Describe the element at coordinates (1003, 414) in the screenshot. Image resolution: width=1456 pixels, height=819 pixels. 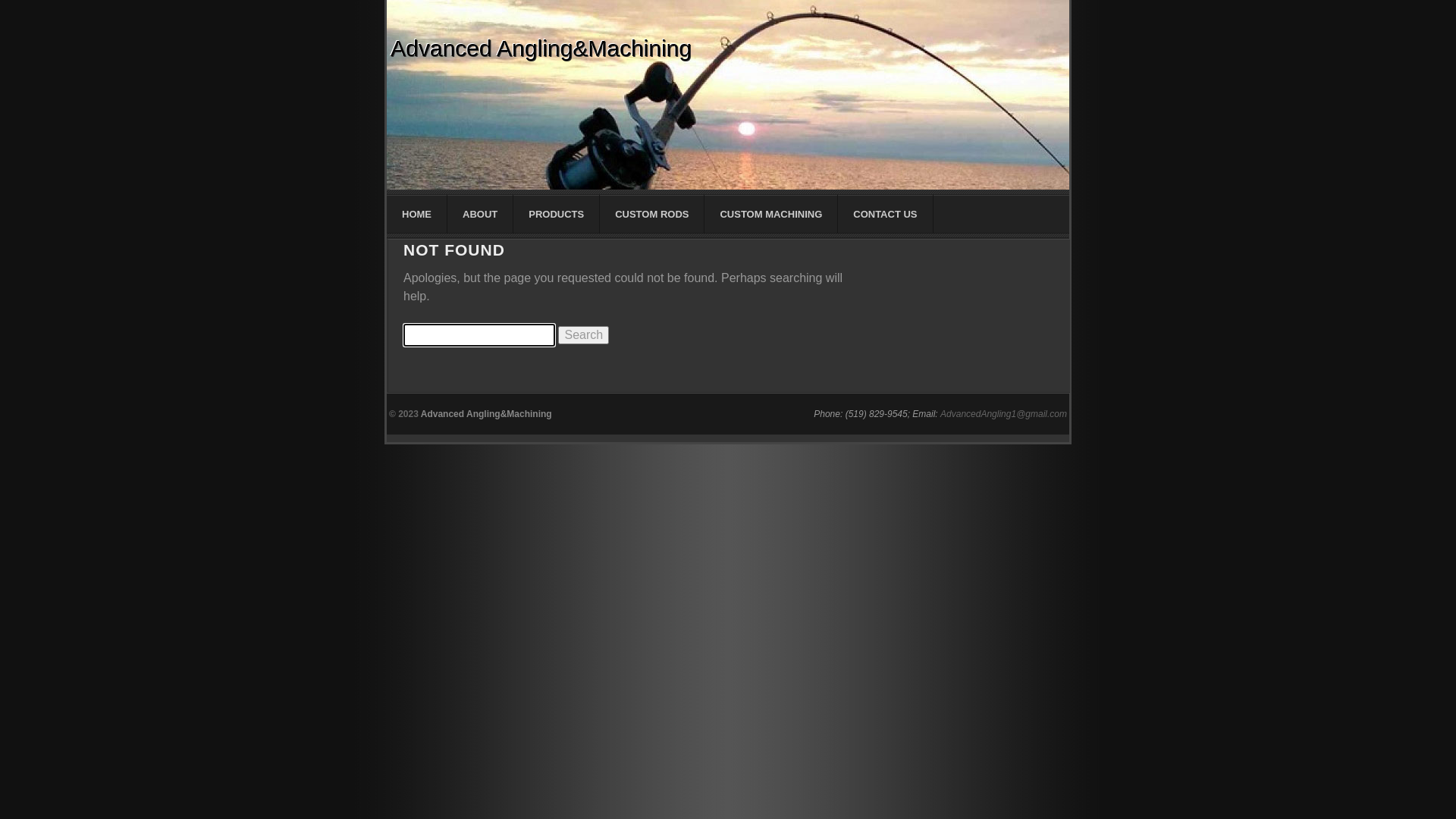
I see `'AdvancedAngling1@gmail.com'` at that location.